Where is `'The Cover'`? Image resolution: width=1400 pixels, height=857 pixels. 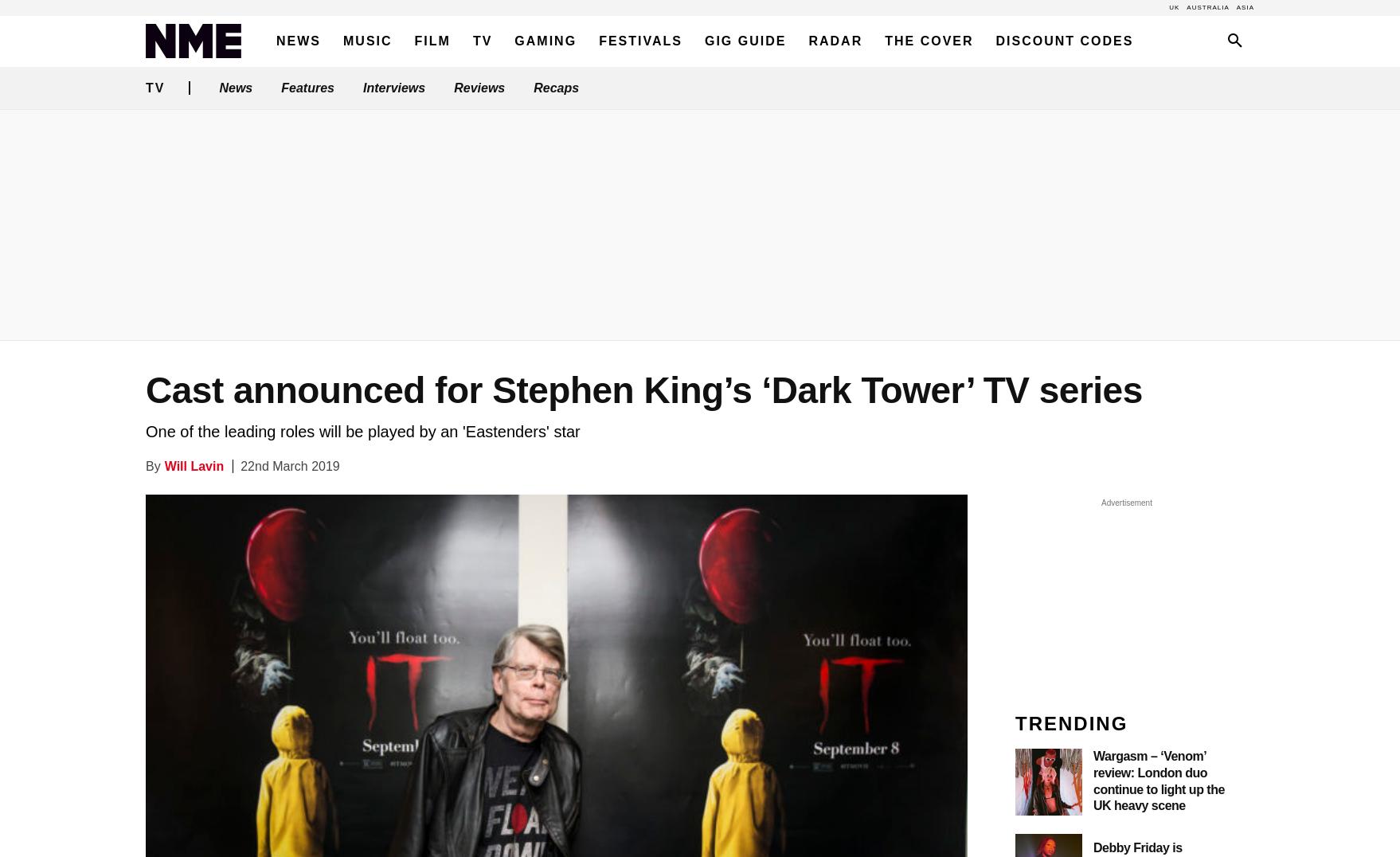
'The Cover' is located at coordinates (928, 41).